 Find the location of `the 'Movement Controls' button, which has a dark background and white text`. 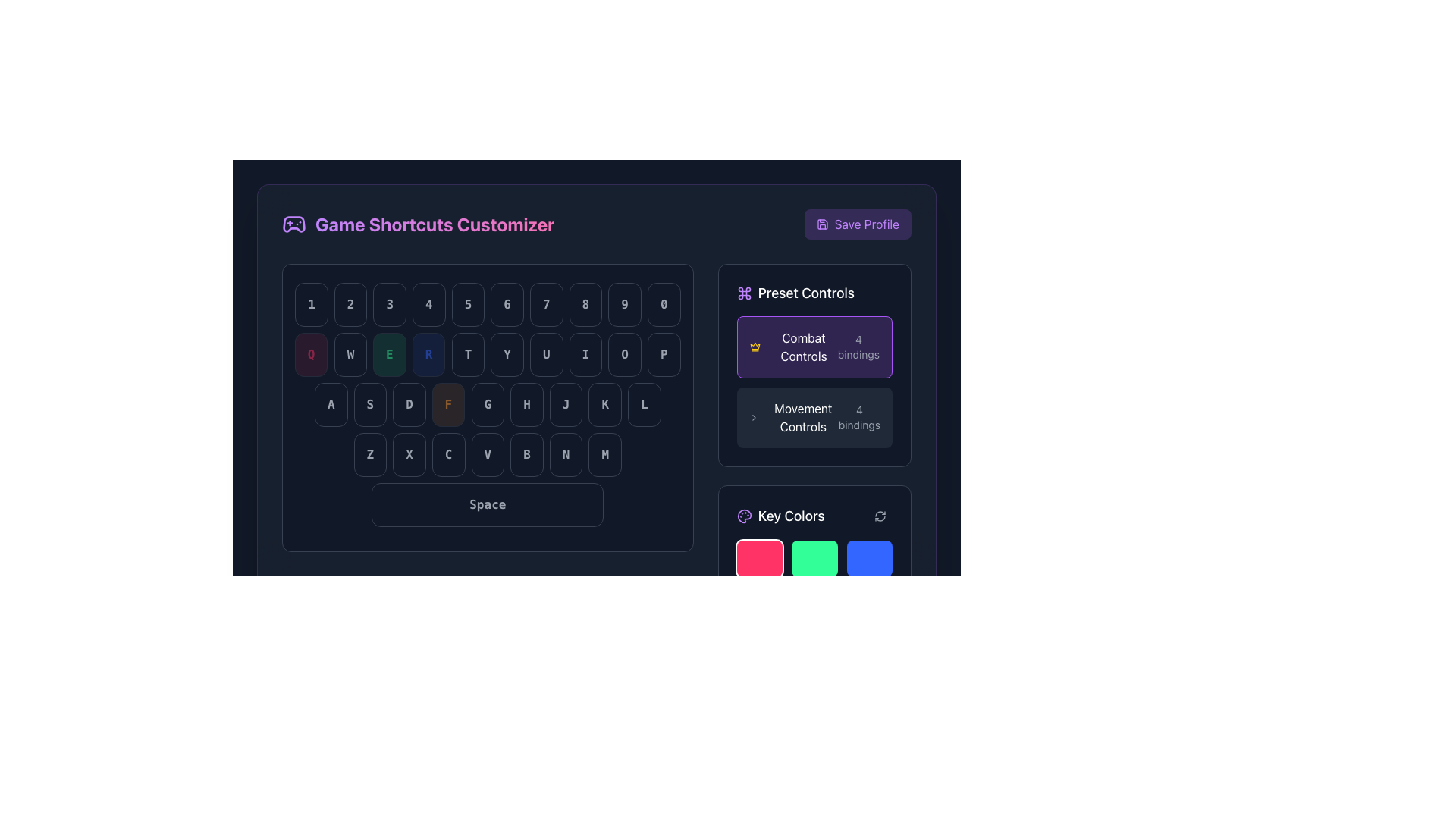

the 'Movement Controls' button, which has a dark background and white text is located at coordinates (814, 418).